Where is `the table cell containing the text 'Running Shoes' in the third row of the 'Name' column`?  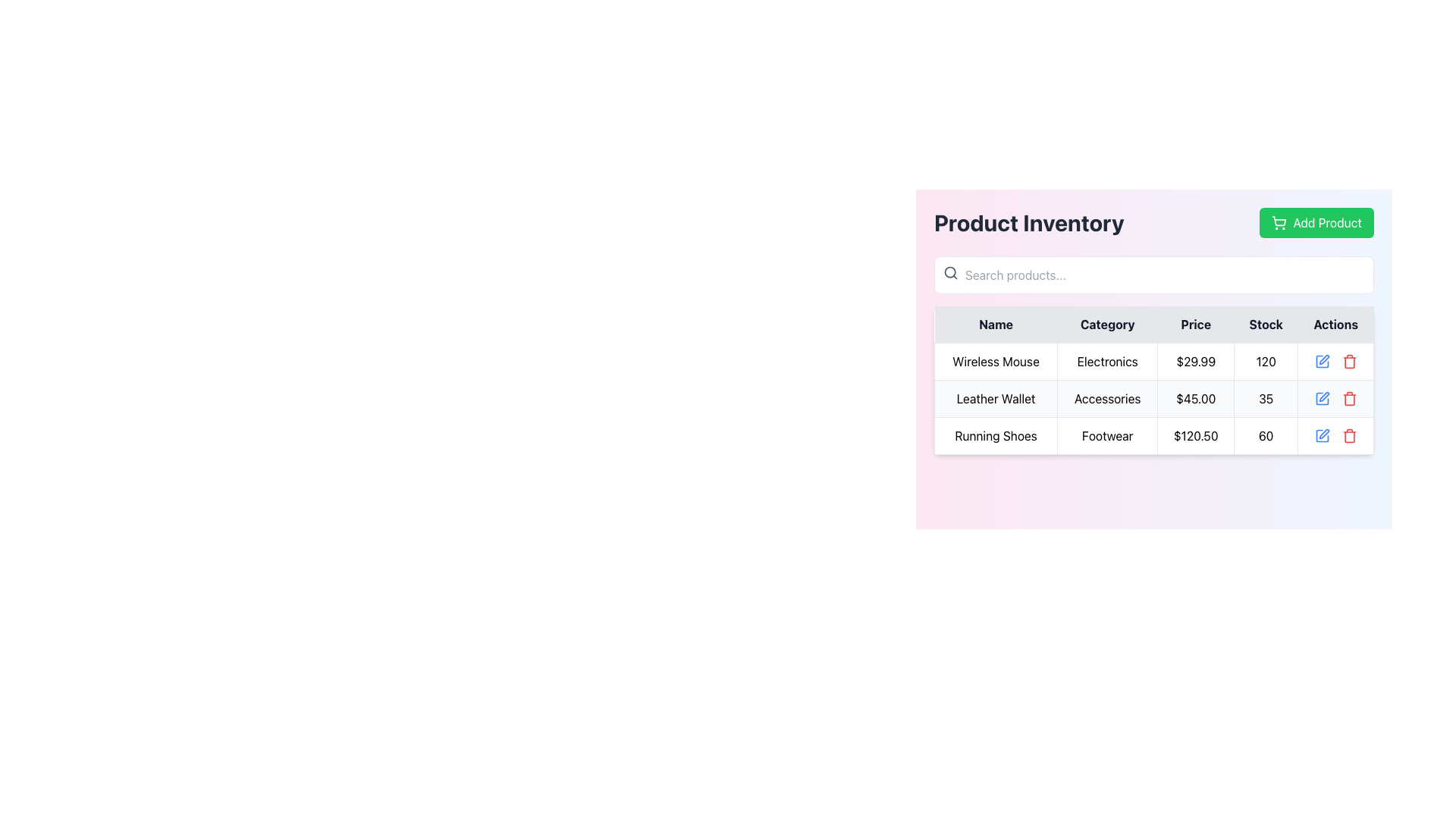 the table cell containing the text 'Running Shoes' in the third row of the 'Name' column is located at coordinates (996, 435).